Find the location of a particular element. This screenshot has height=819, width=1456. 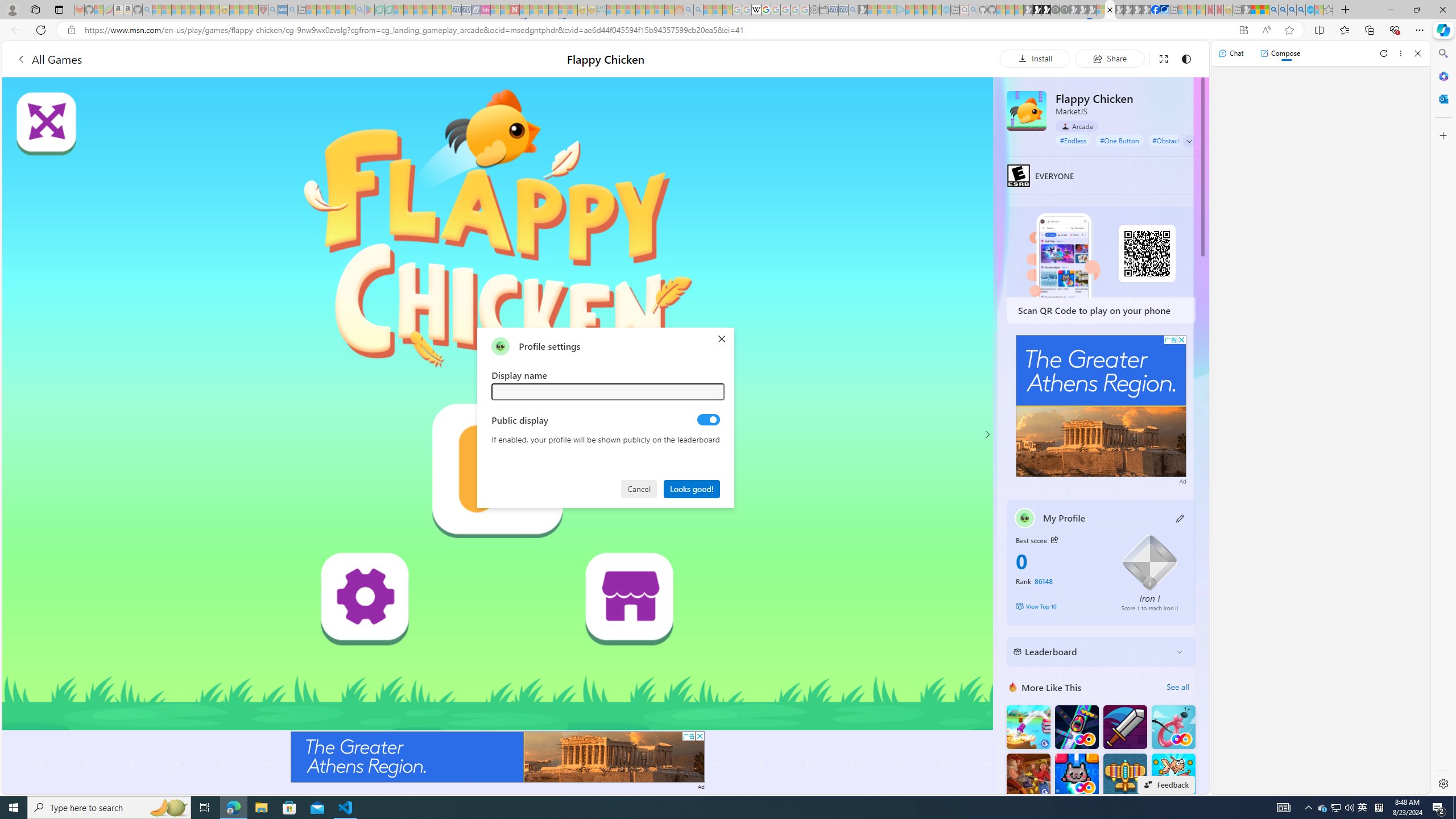

'View Top 10' is located at coordinates (1060, 605).